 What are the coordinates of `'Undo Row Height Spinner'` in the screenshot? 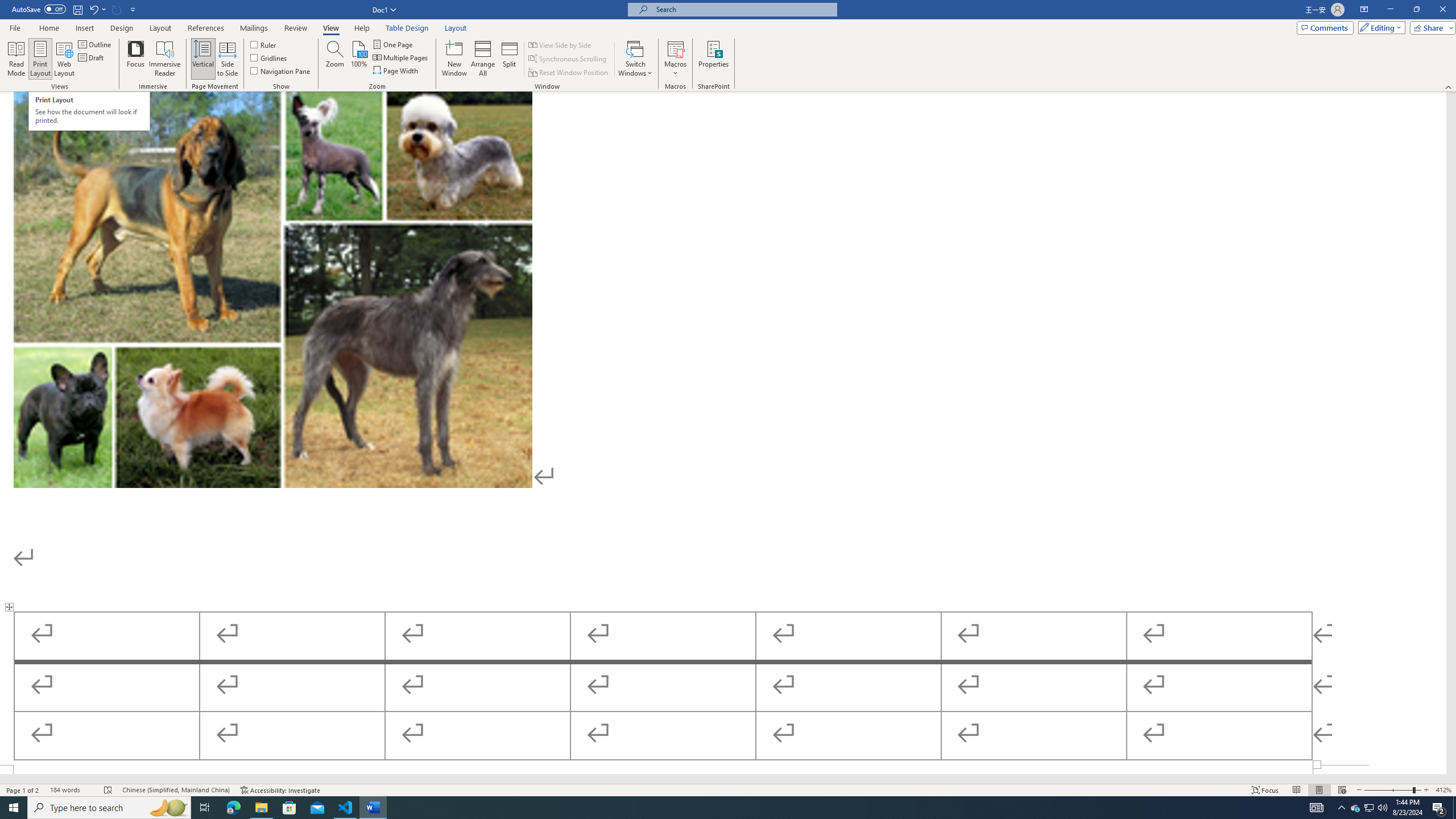 It's located at (93, 9).